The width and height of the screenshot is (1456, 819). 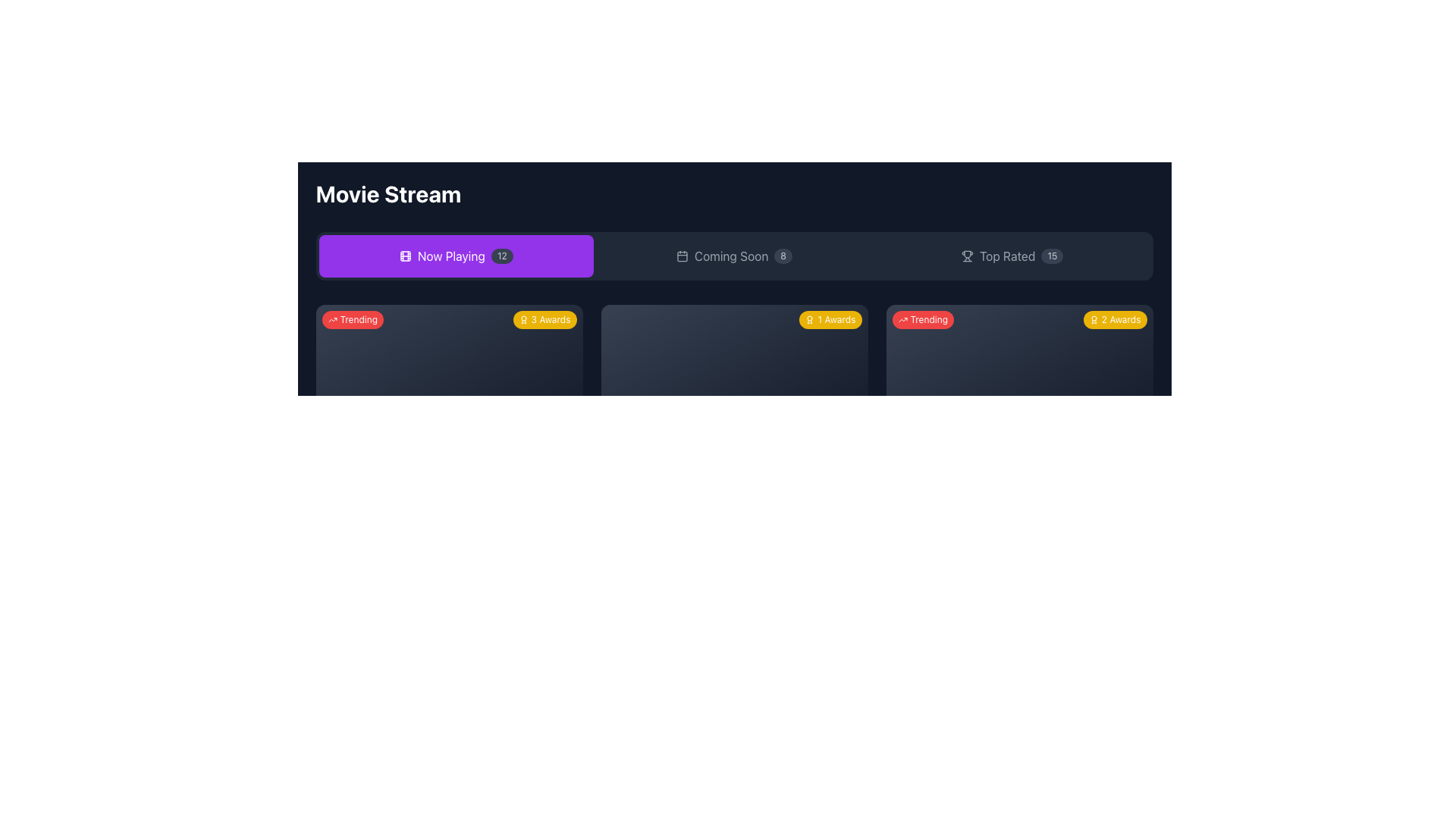 What do you see at coordinates (681, 256) in the screenshot?
I see `the calendar icon located in the navigation bar to the left of the 'Coming Soon' text` at bounding box center [681, 256].